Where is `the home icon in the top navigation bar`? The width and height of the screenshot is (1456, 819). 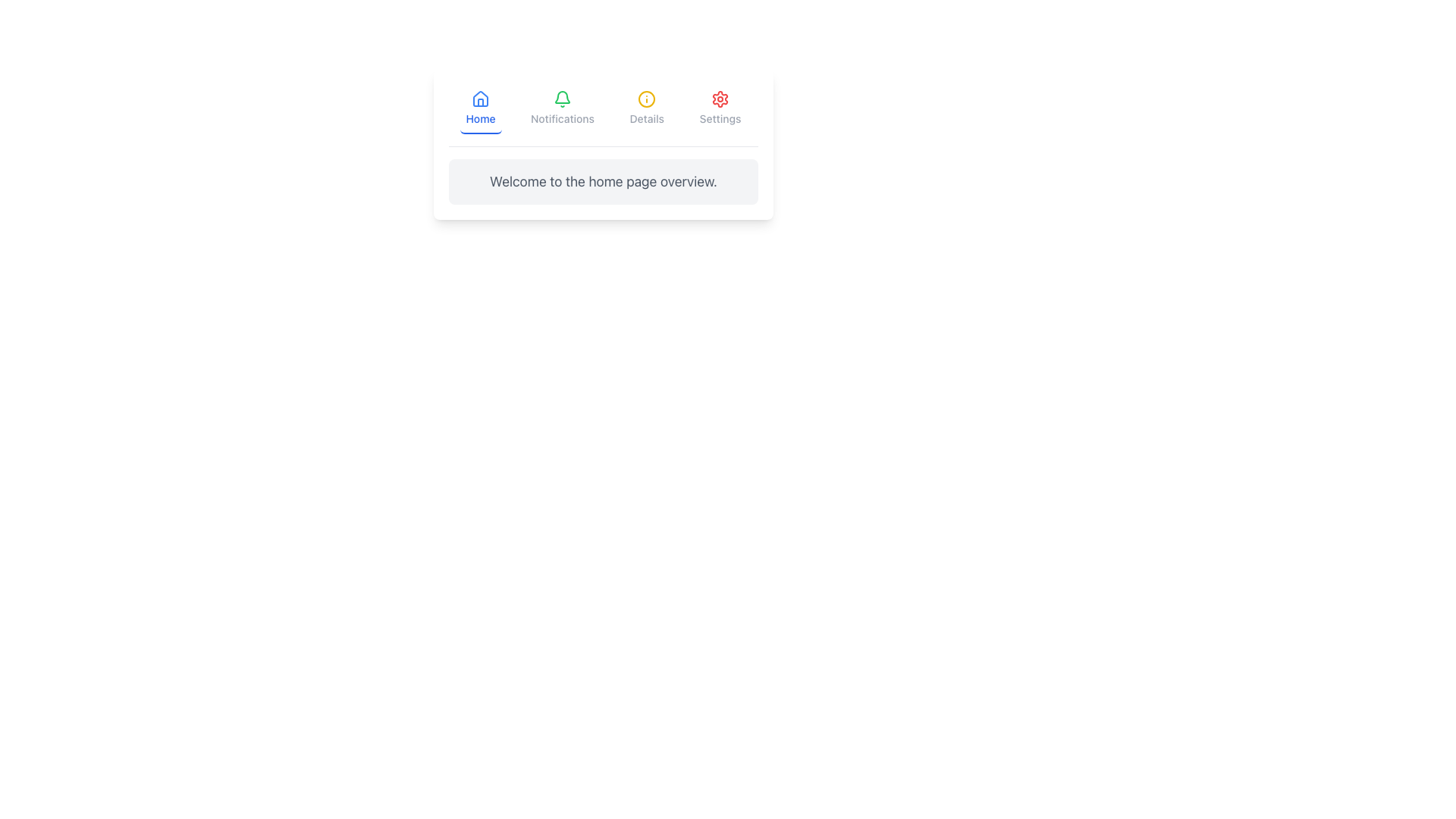
the home icon in the top navigation bar is located at coordinates (479, 99).